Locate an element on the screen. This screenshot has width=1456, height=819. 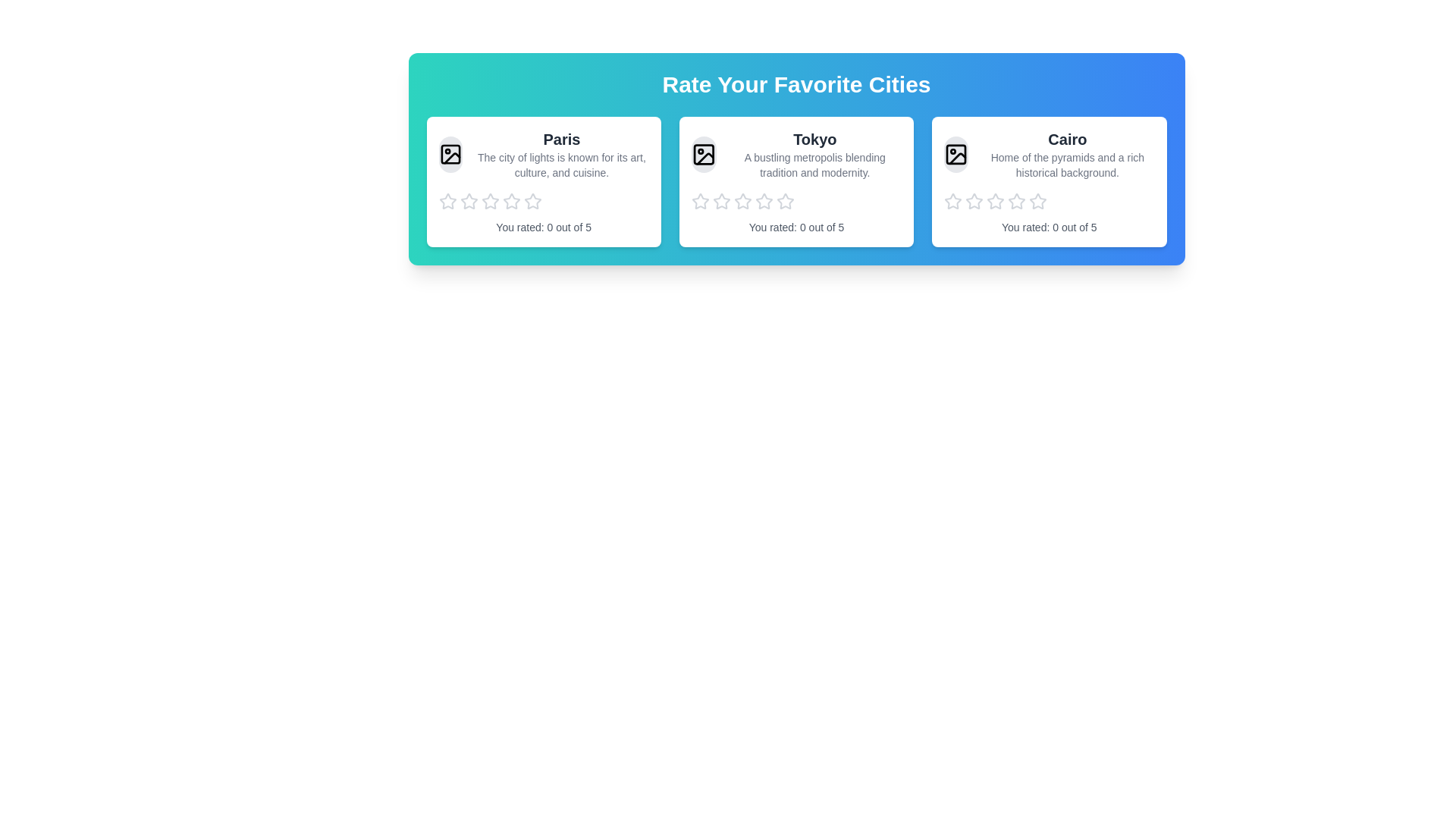
the first star icon in the rating component of the 'Cairo' card is located at coordinates (952, 201).